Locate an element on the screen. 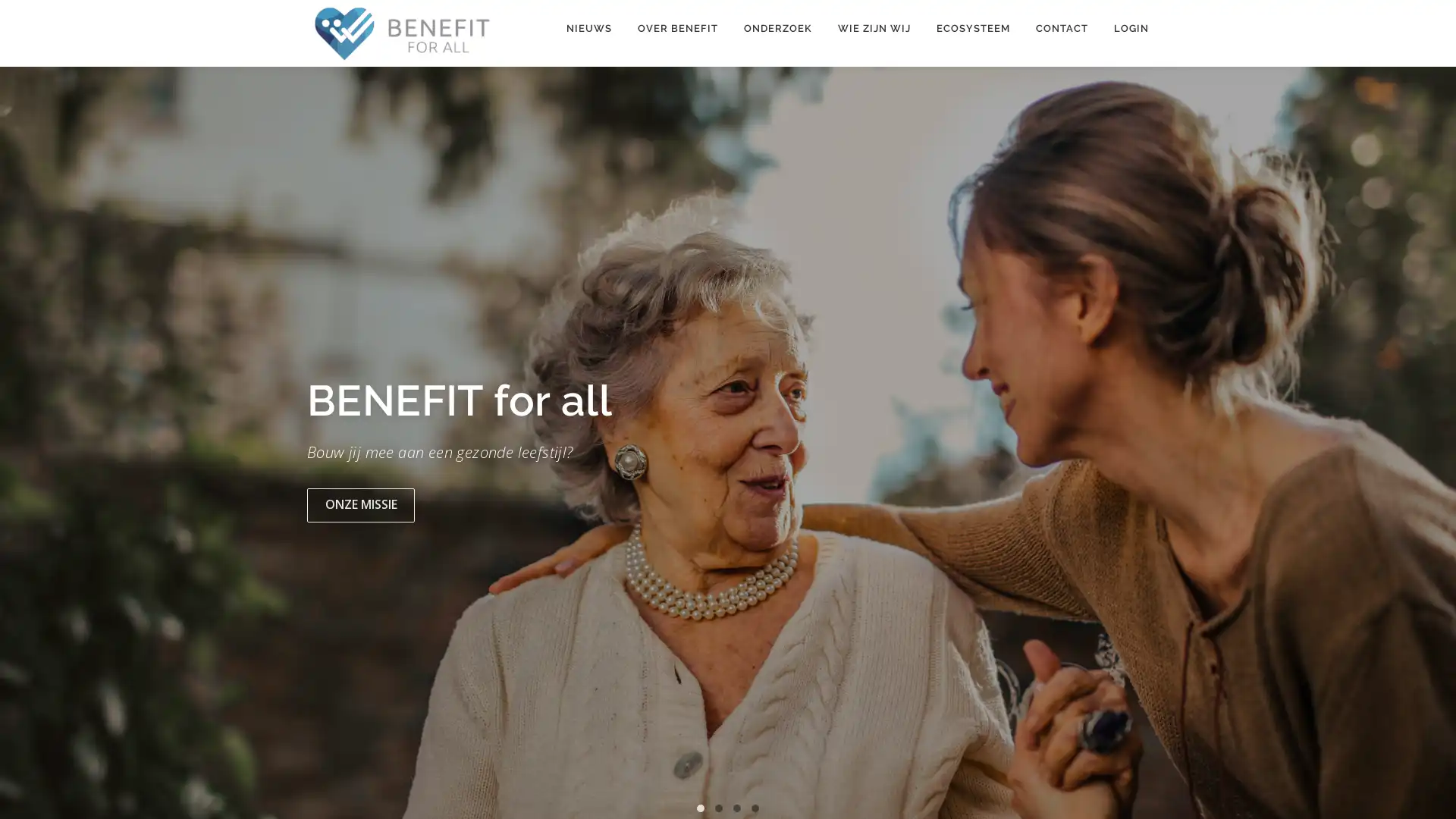  Next is located at coordinates (1426, 447).